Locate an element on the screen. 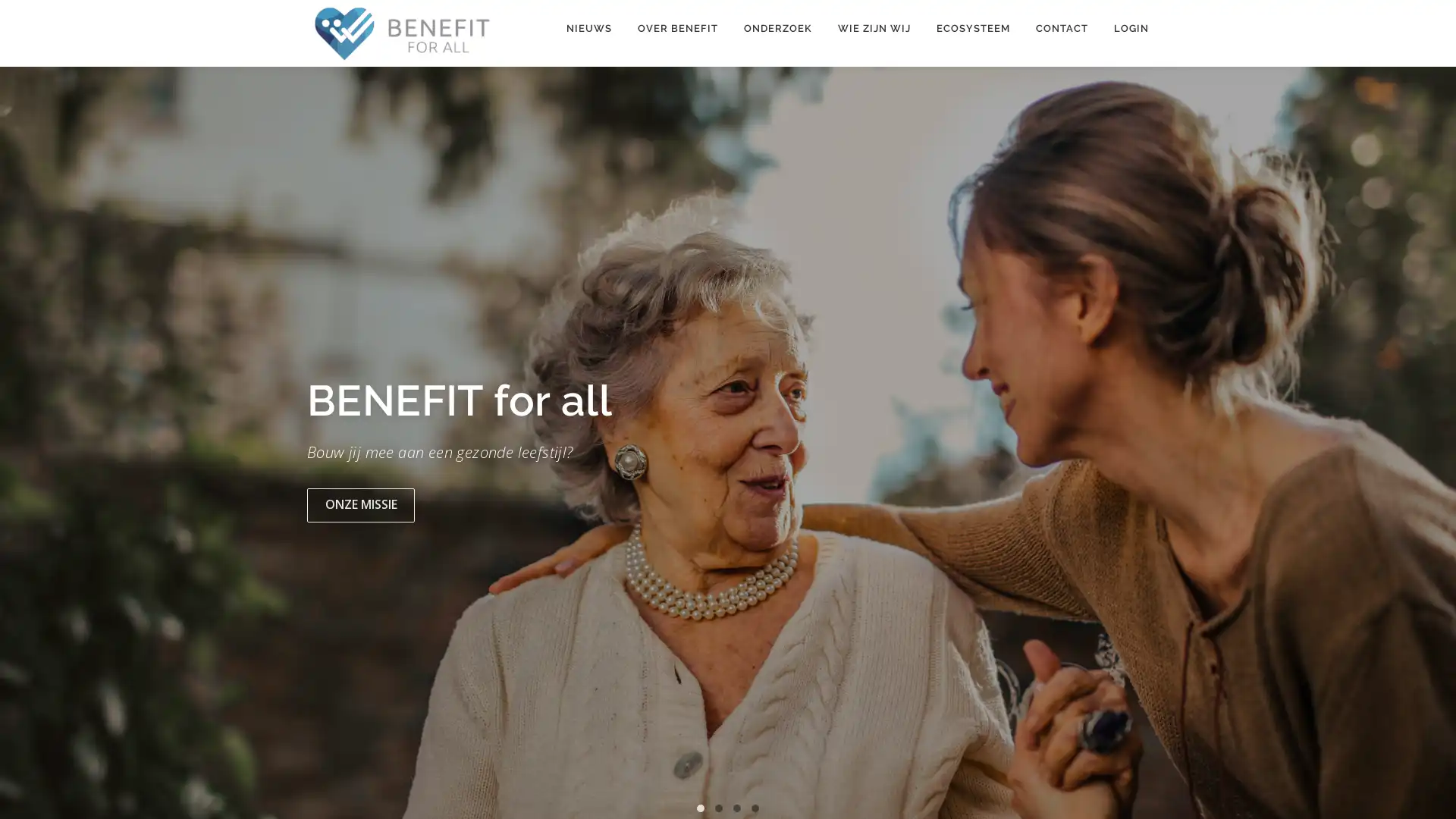  Next is located at coordinates (1426, 447).